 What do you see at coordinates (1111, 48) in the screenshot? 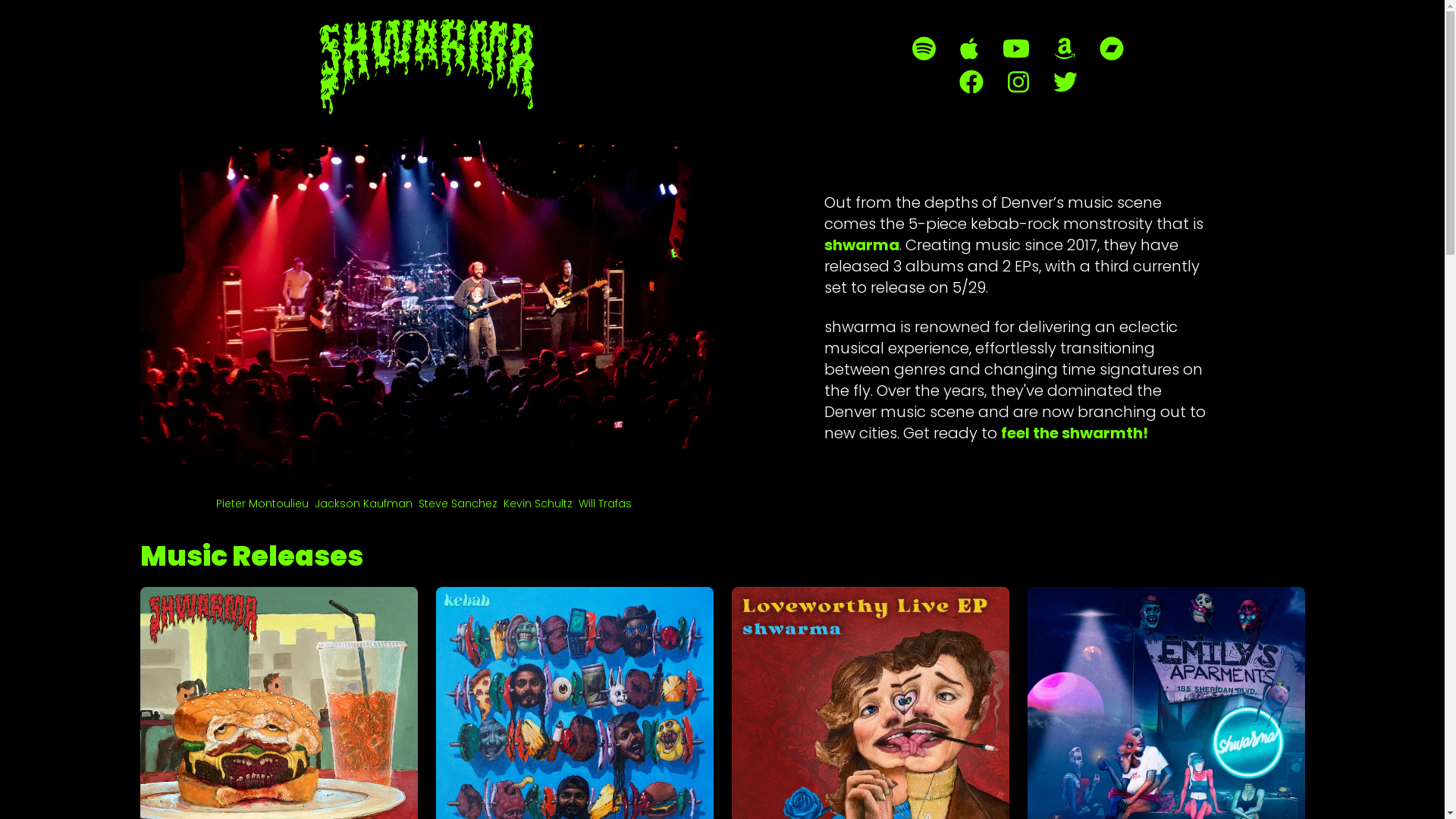
I see `'Bandcamp'` at bounding box center [1111, 48].